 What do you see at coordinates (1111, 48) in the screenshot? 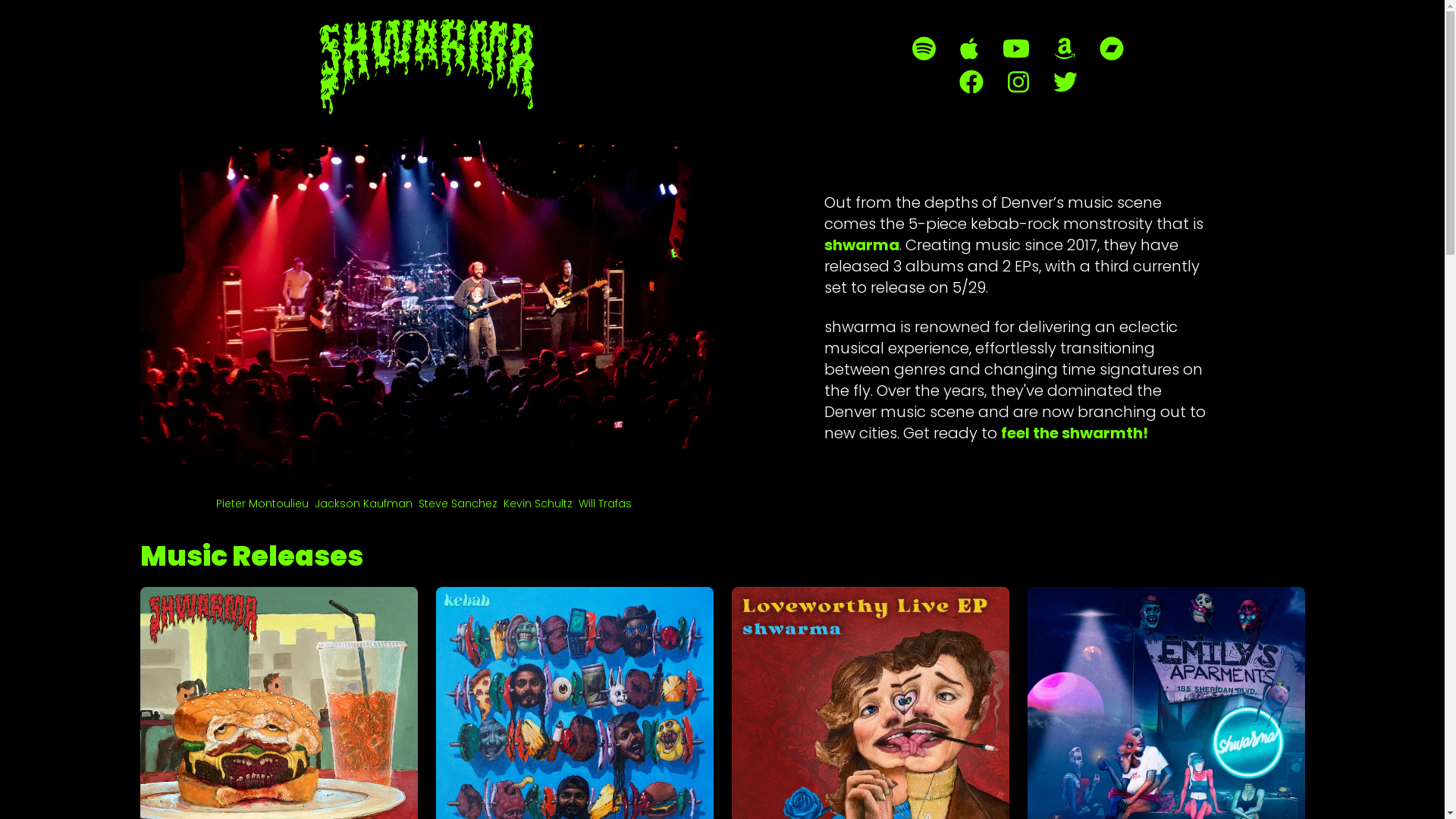
I see `'Bandcamp'` at bounding box center [1111, 48].